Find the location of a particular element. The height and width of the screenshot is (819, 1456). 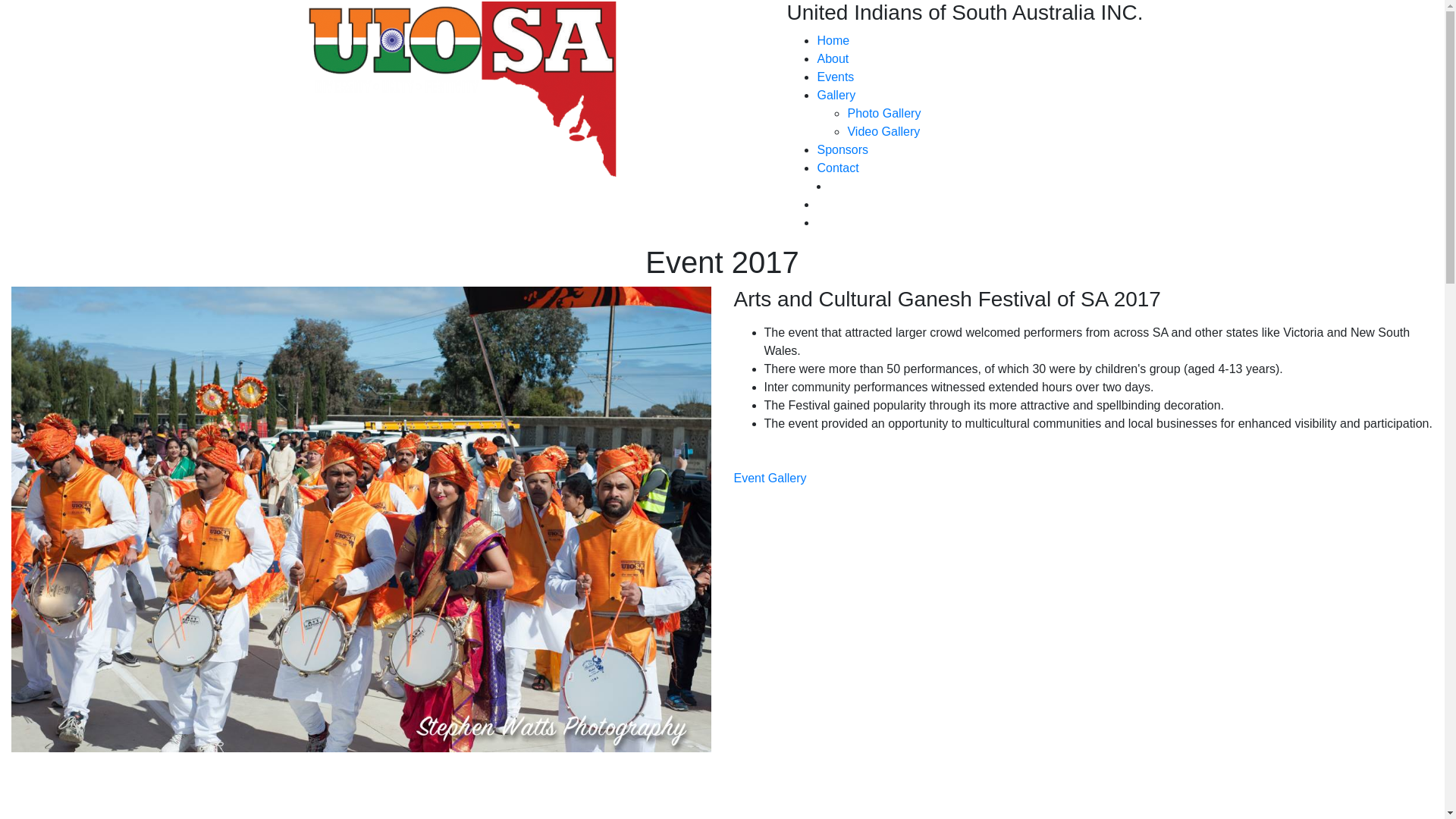

'Photo Gallery' is located at coordinates (883, 112).